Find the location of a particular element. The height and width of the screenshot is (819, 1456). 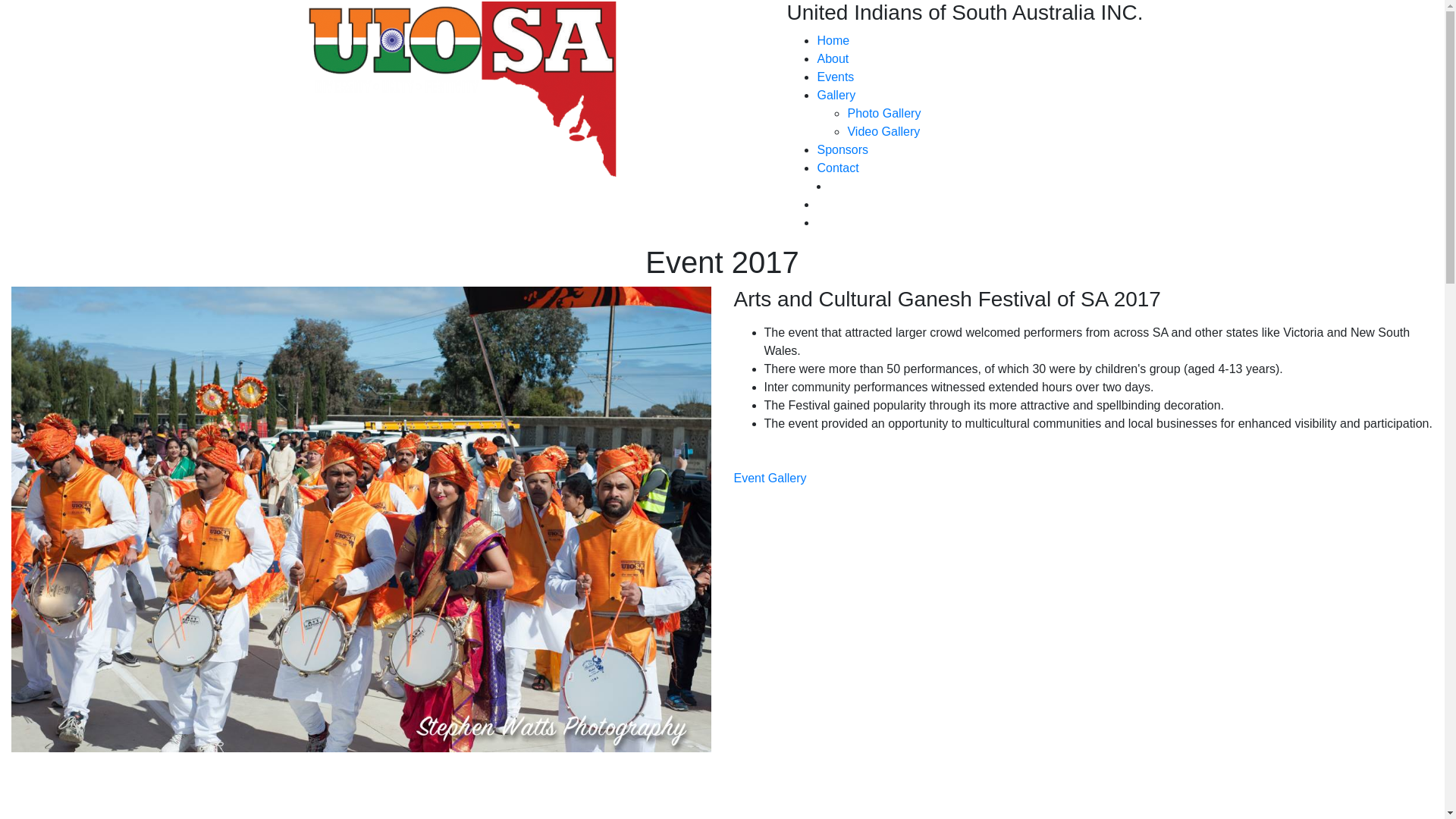

'Photo Gallery' is located at coordinates (883, 112).